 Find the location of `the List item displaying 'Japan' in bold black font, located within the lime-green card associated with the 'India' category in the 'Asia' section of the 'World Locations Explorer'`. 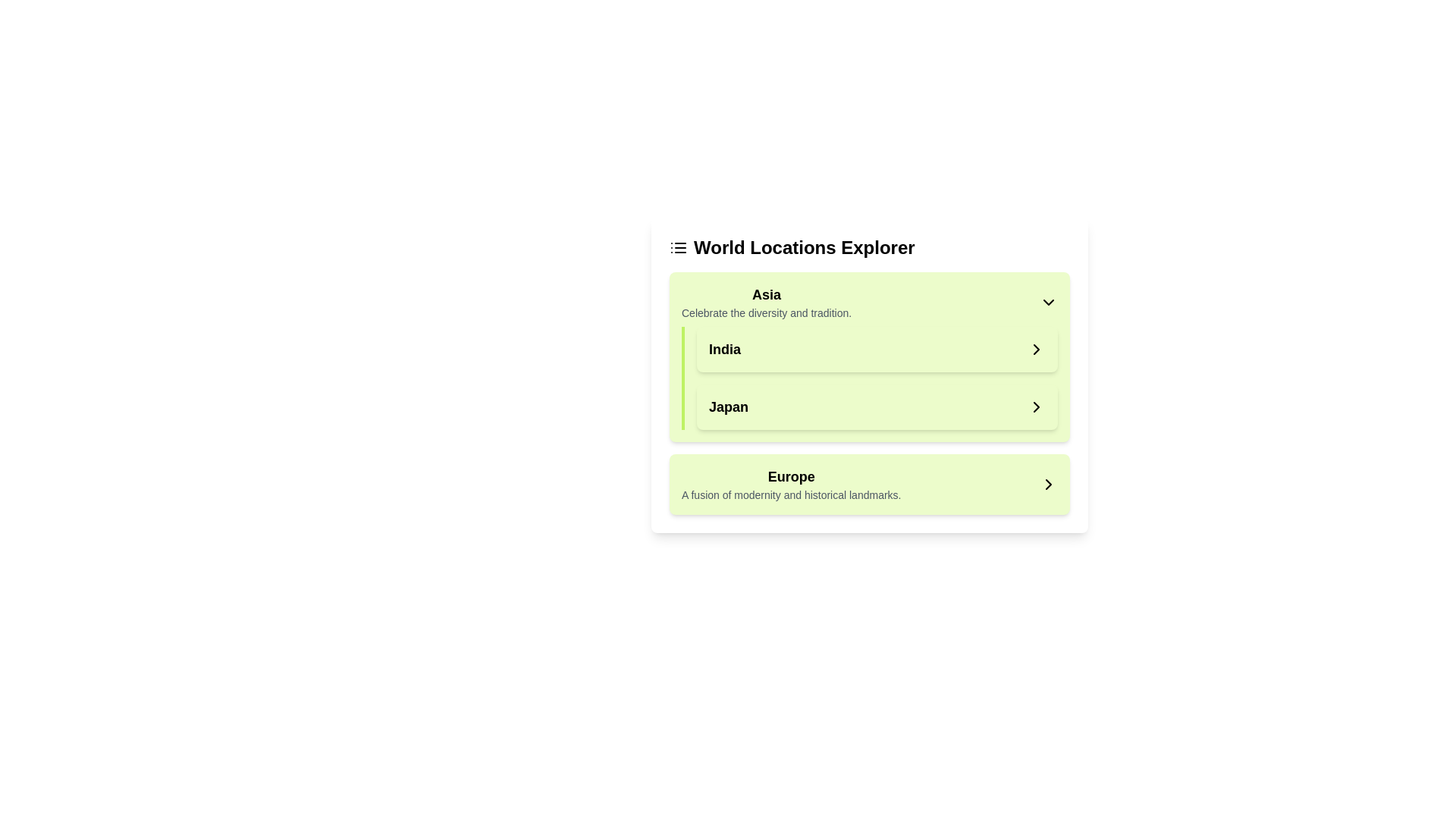

the List item displaying 'Japan' in bold black font, located within the lime-green card associated with the 'India' category in the 'Asia' section of the 'World Locations Explorer' is located at coordinates (877, 406).